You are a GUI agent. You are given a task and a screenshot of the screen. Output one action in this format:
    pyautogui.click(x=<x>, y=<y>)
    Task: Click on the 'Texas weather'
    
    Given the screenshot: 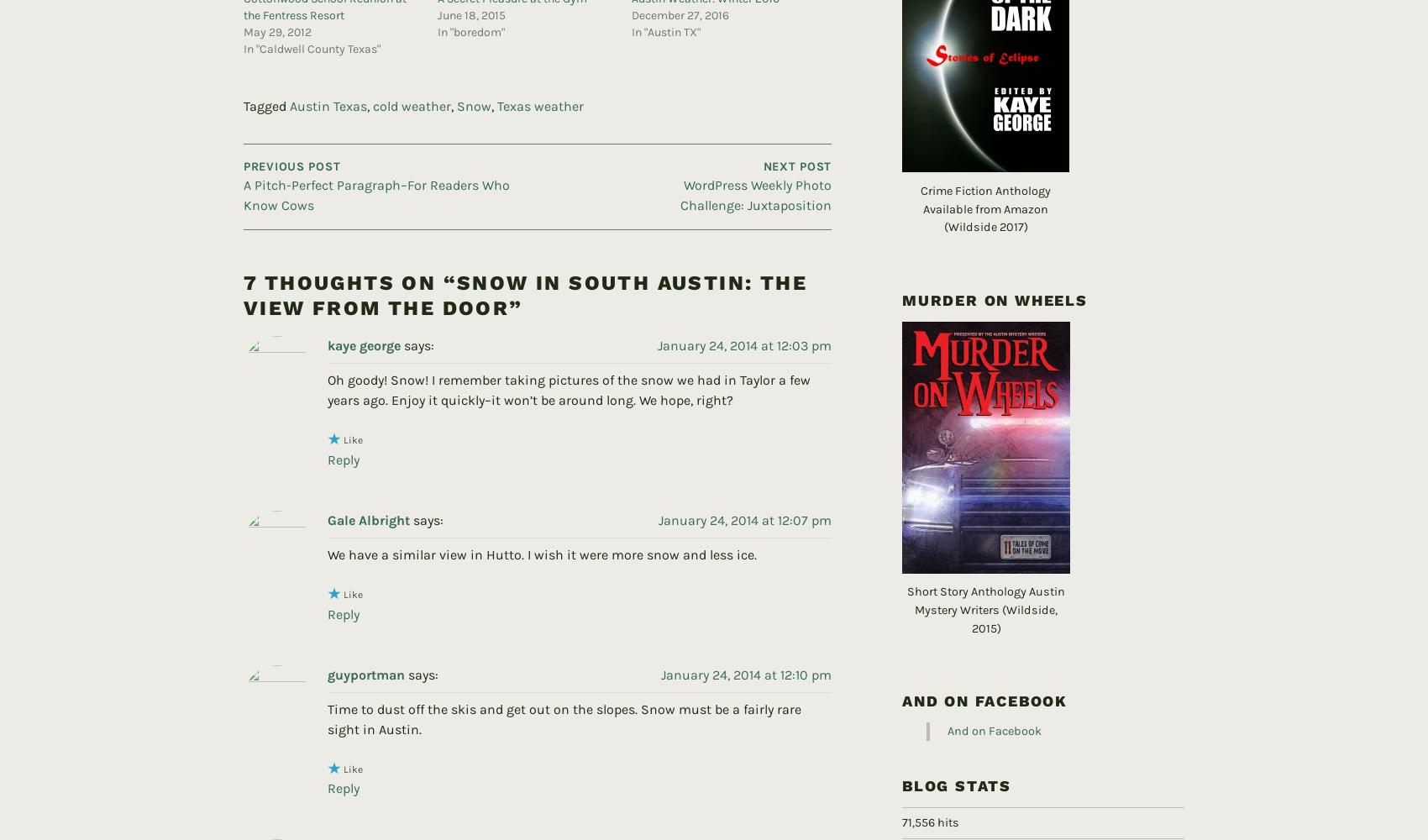 What is the action you would take?
    pyautogui.click(x=540, y=77)
    